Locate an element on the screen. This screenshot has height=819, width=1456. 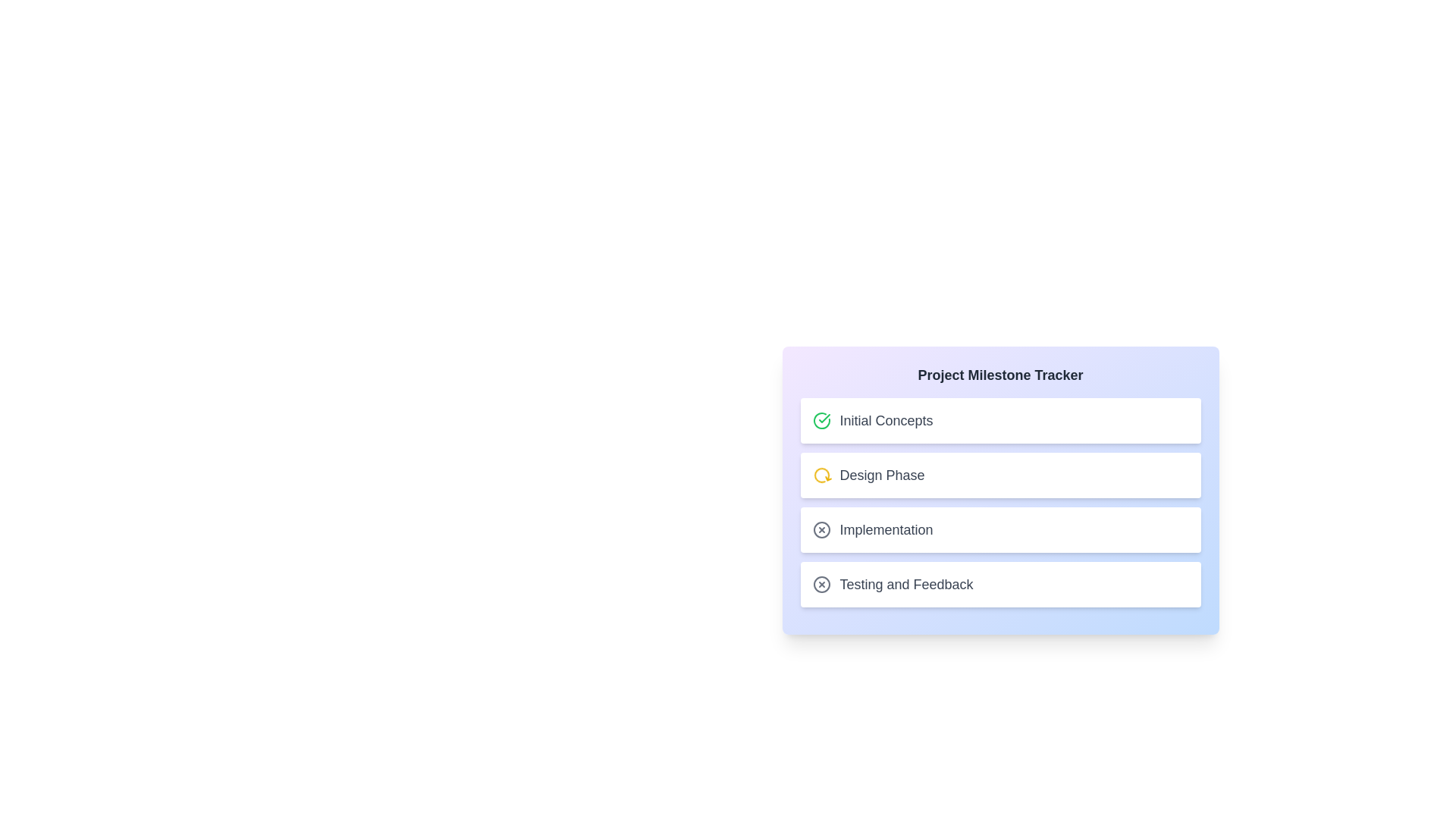
the third list item in the 'Project Milestone Tracker' representing the 'Implementation' phase is located at coordinates (873, 529).